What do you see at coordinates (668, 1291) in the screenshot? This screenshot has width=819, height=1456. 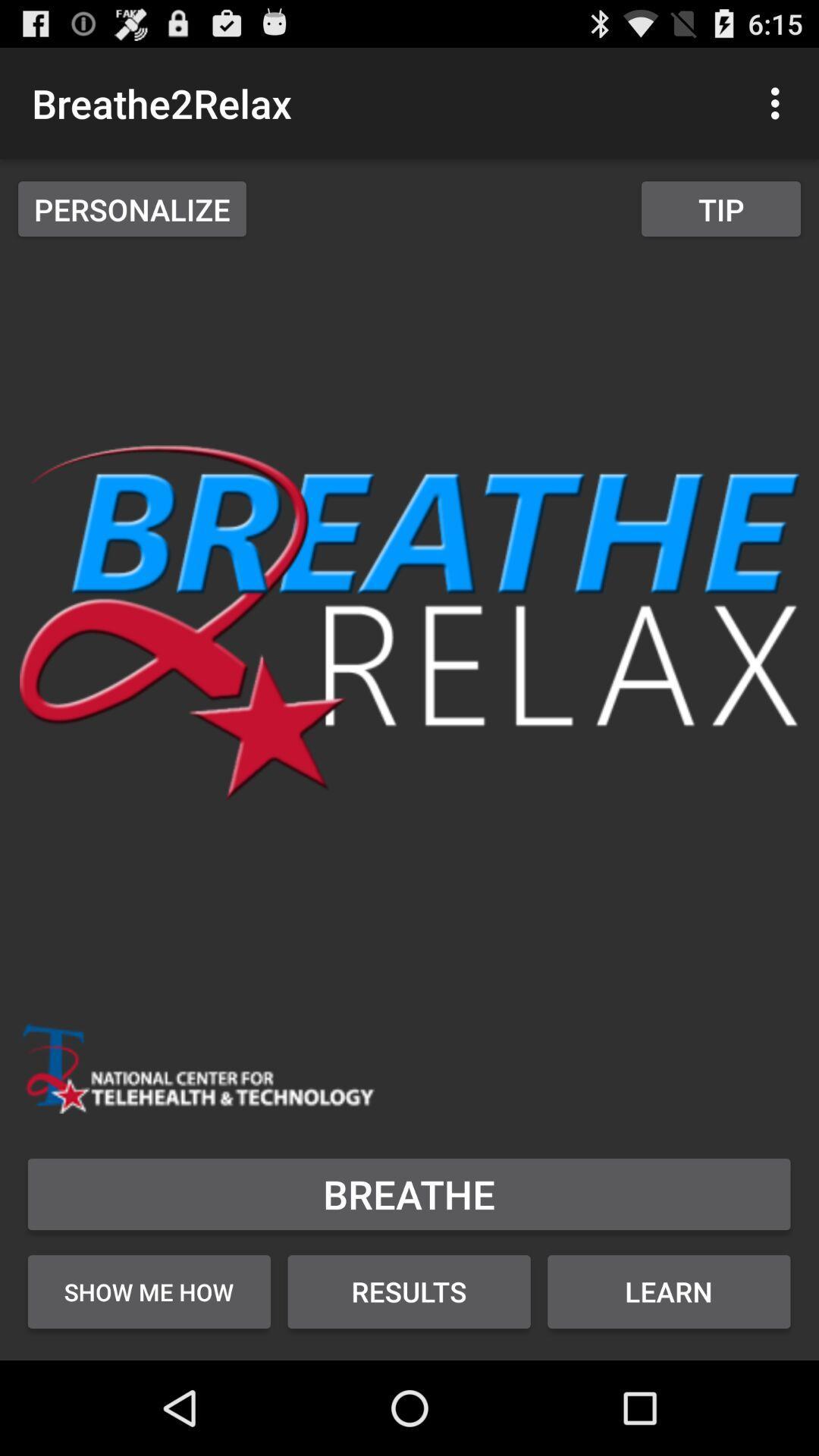 I see `item next to the results icon` at bounding box center [668, 1291].